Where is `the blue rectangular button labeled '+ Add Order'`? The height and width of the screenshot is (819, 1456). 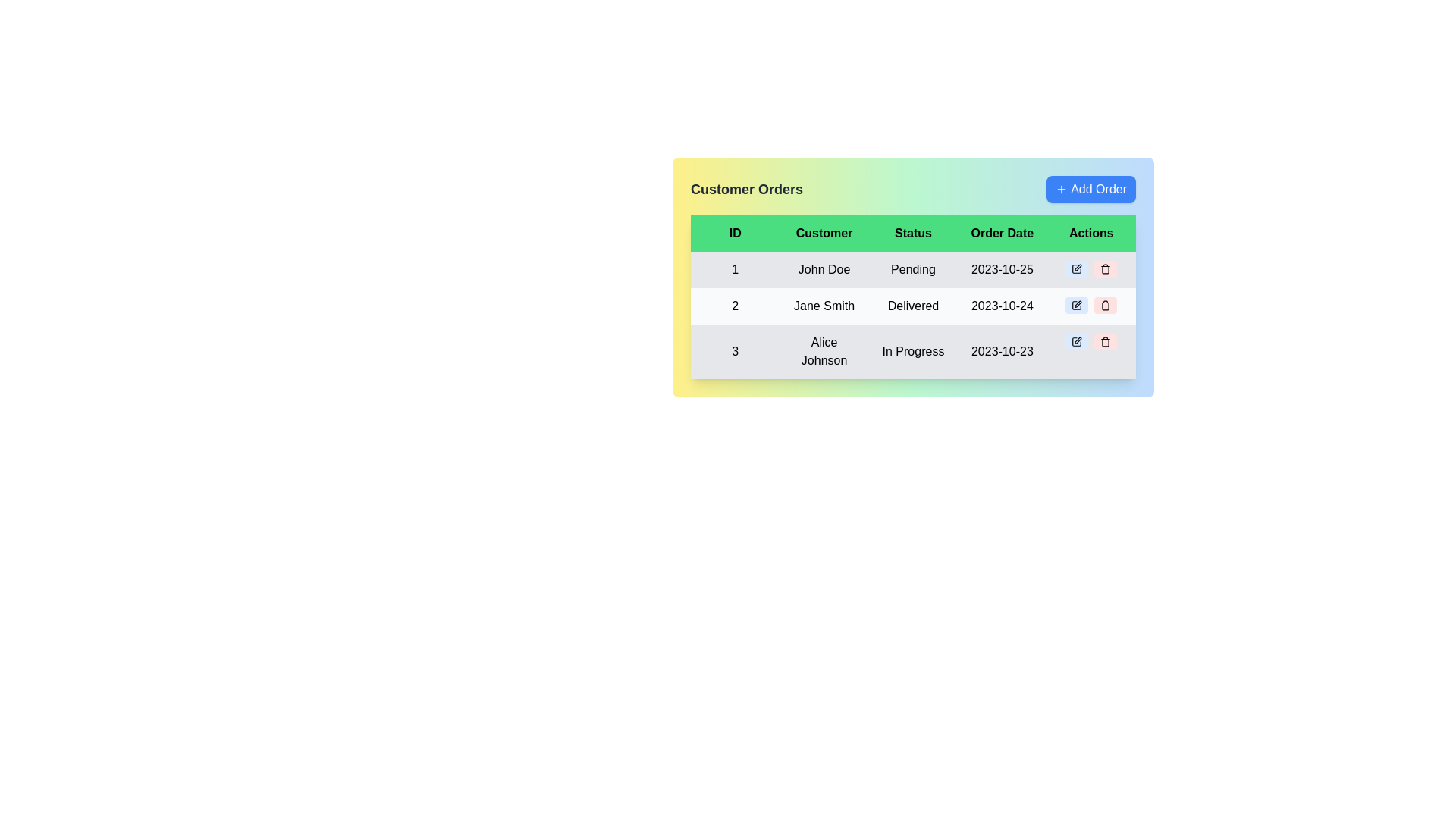
the blue rectangular button labeled '+ Add Order' is located at coordinates (1090, 189).